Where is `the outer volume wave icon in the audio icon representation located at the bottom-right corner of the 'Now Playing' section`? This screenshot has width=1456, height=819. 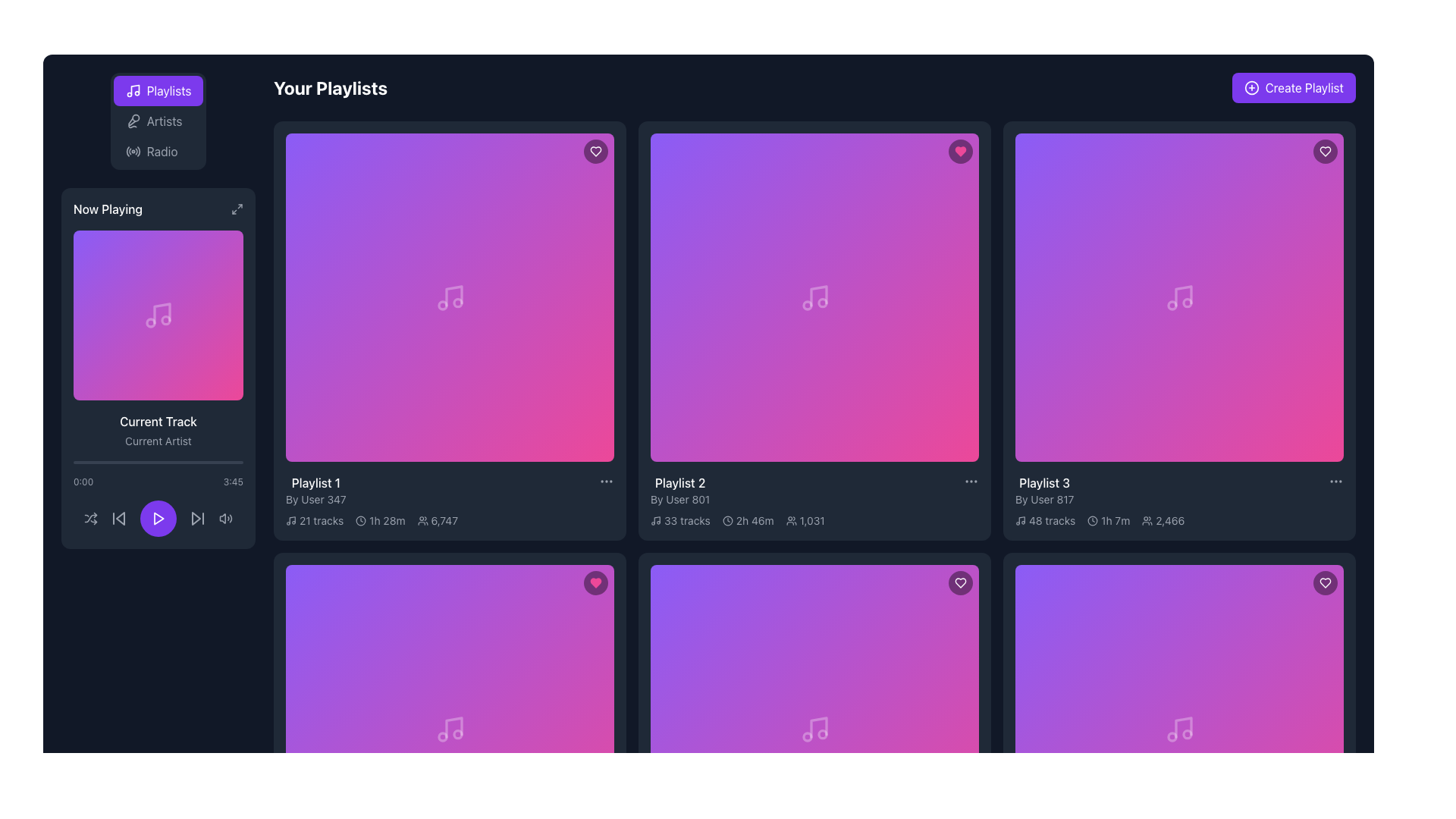 the outer volume wave icon in the audio icon representation located at the bottom-right corner of the 'Now Playing' section is located at coordinates (230, 517).